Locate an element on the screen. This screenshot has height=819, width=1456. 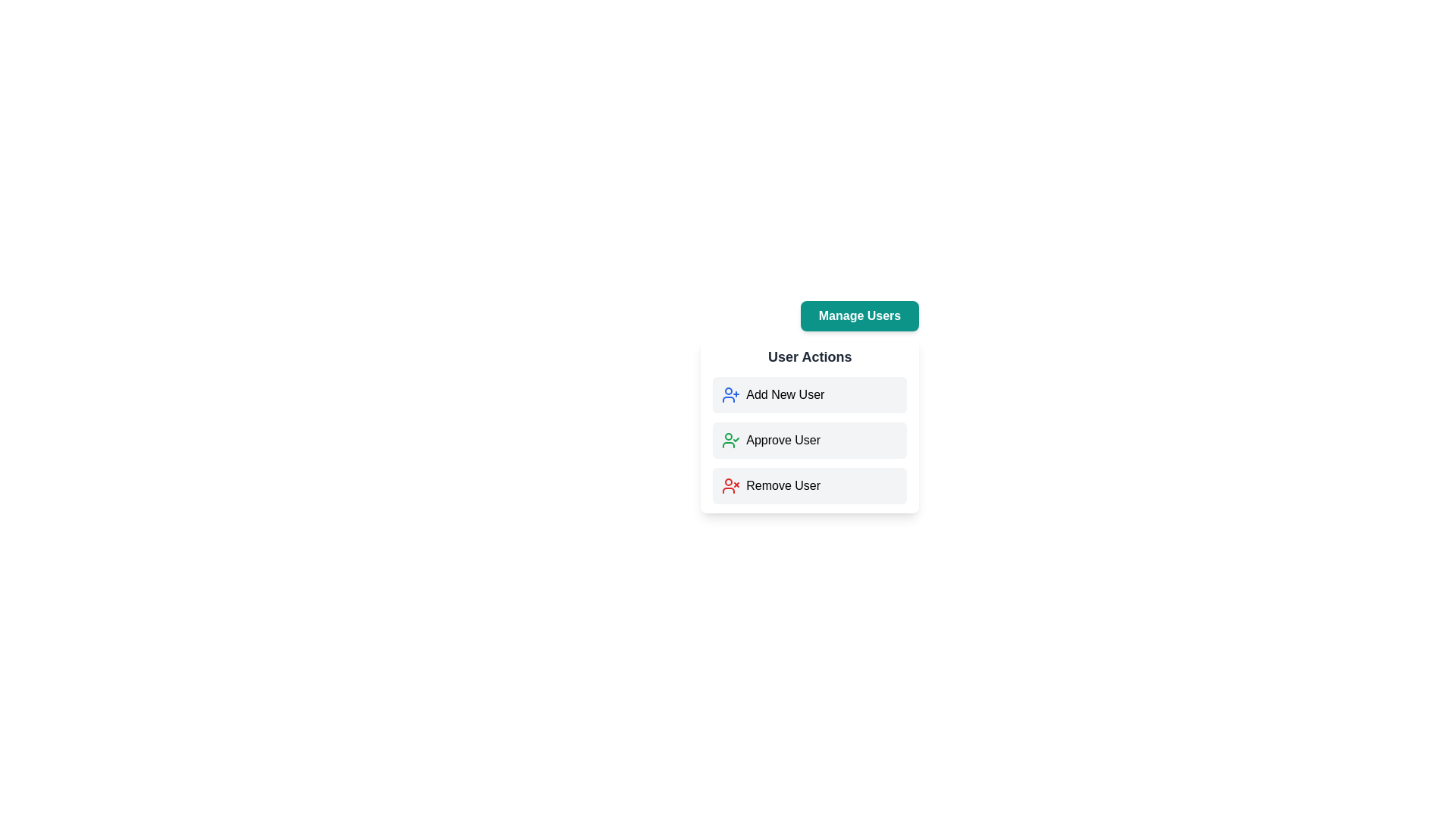
the 'Approve User' button, which is the second button in the 'User Actions' panel, to approve the user is located at coordinates (809, 441).